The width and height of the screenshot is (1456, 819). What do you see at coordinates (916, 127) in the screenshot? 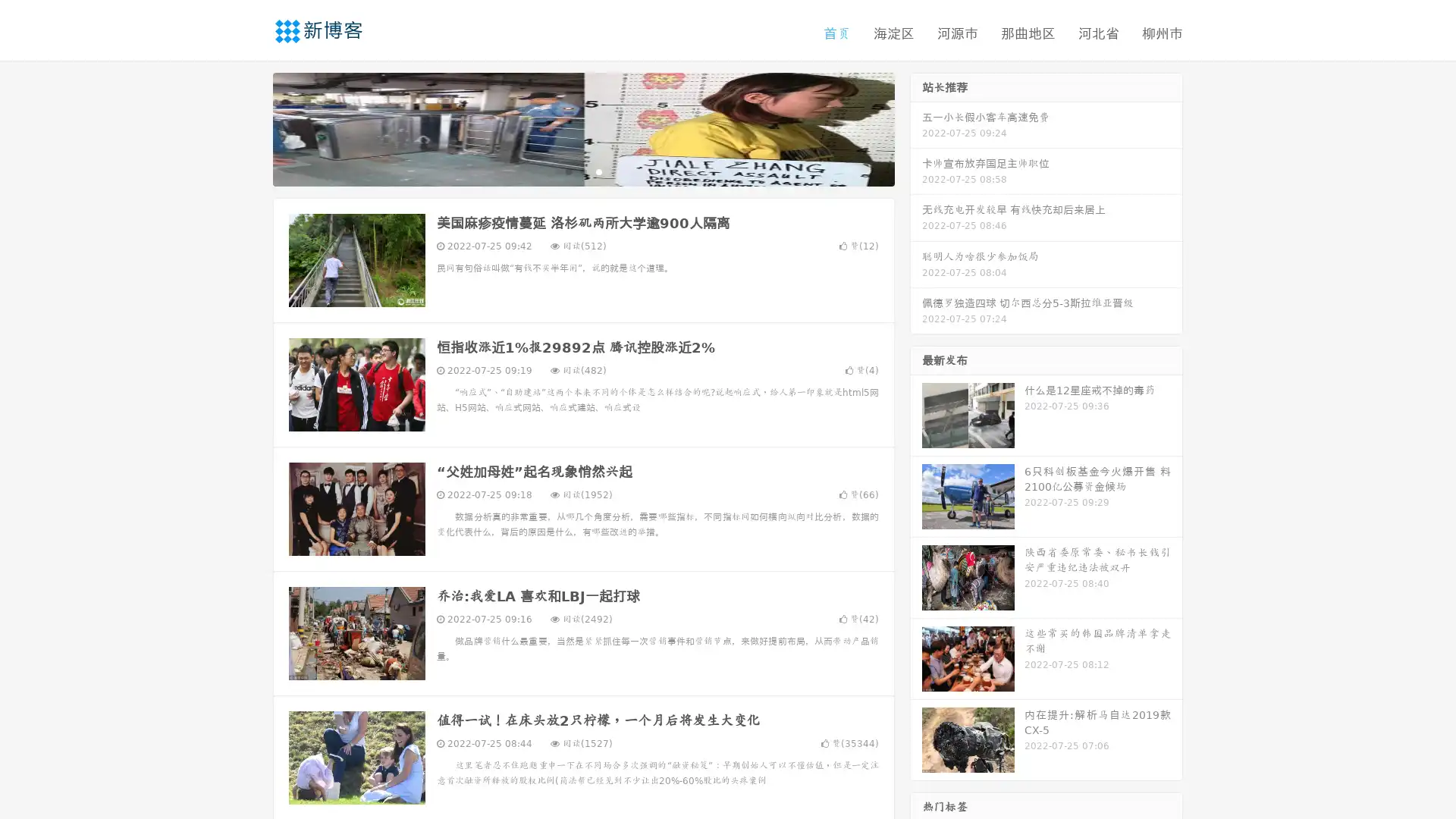
I see `Next slide` at bounding box center [916, 127].